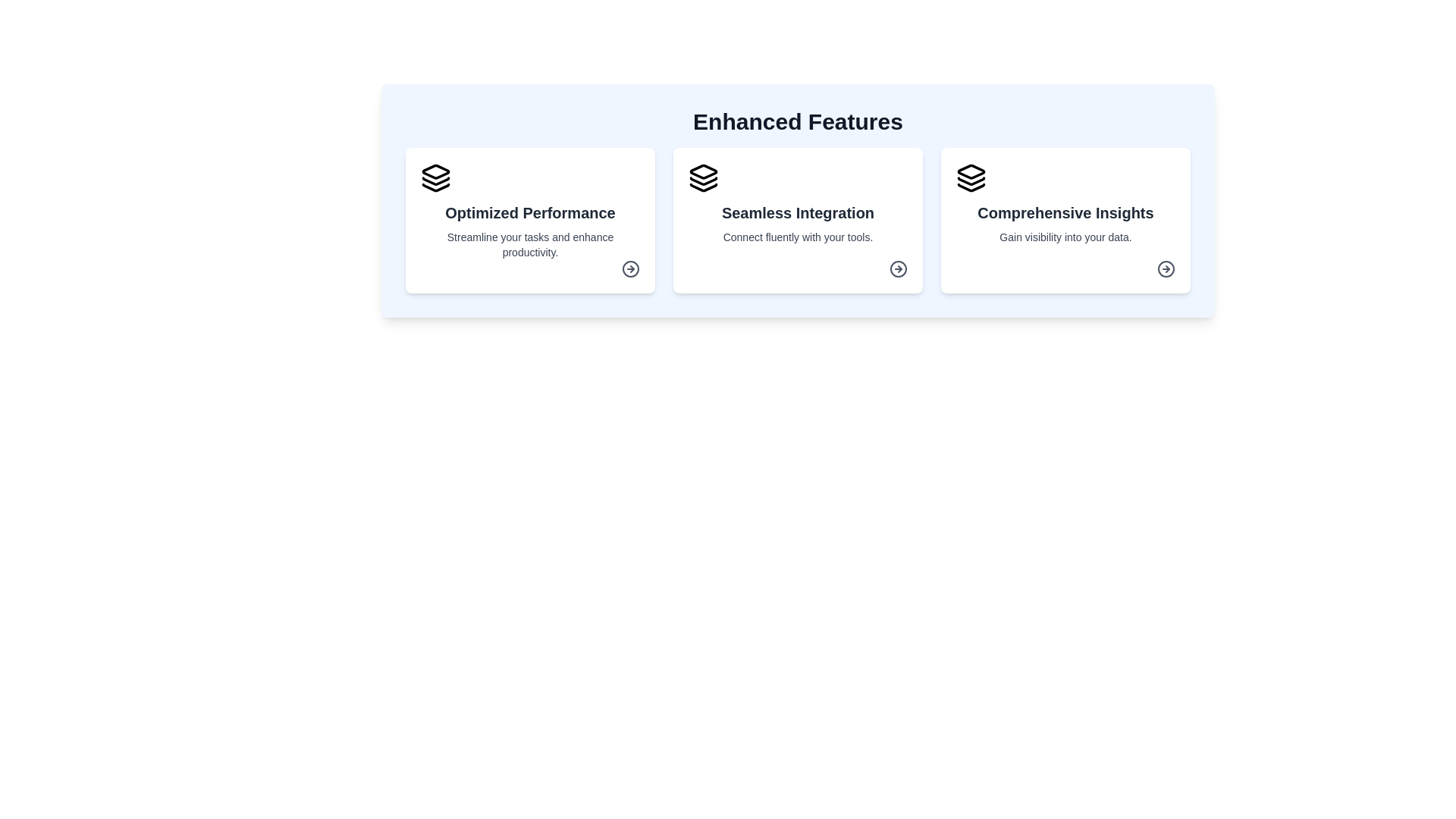 This screenshot has height=819, width=1456. I want to click on the SVG circle subcomponent within the icon located in the bottom-right corner of the 'Seamless Integration' card, so click(899, 268).